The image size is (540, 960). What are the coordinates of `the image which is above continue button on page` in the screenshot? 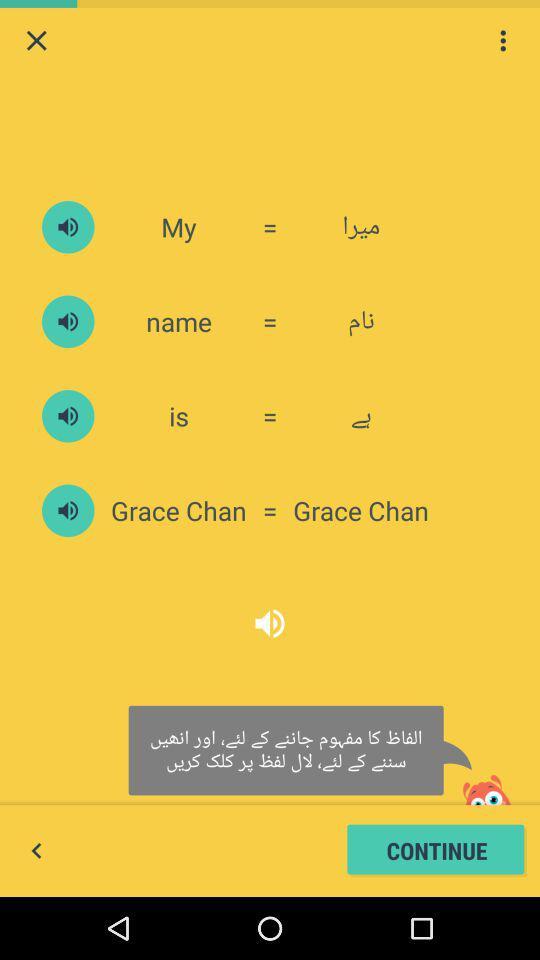 It's located at (485, 783).